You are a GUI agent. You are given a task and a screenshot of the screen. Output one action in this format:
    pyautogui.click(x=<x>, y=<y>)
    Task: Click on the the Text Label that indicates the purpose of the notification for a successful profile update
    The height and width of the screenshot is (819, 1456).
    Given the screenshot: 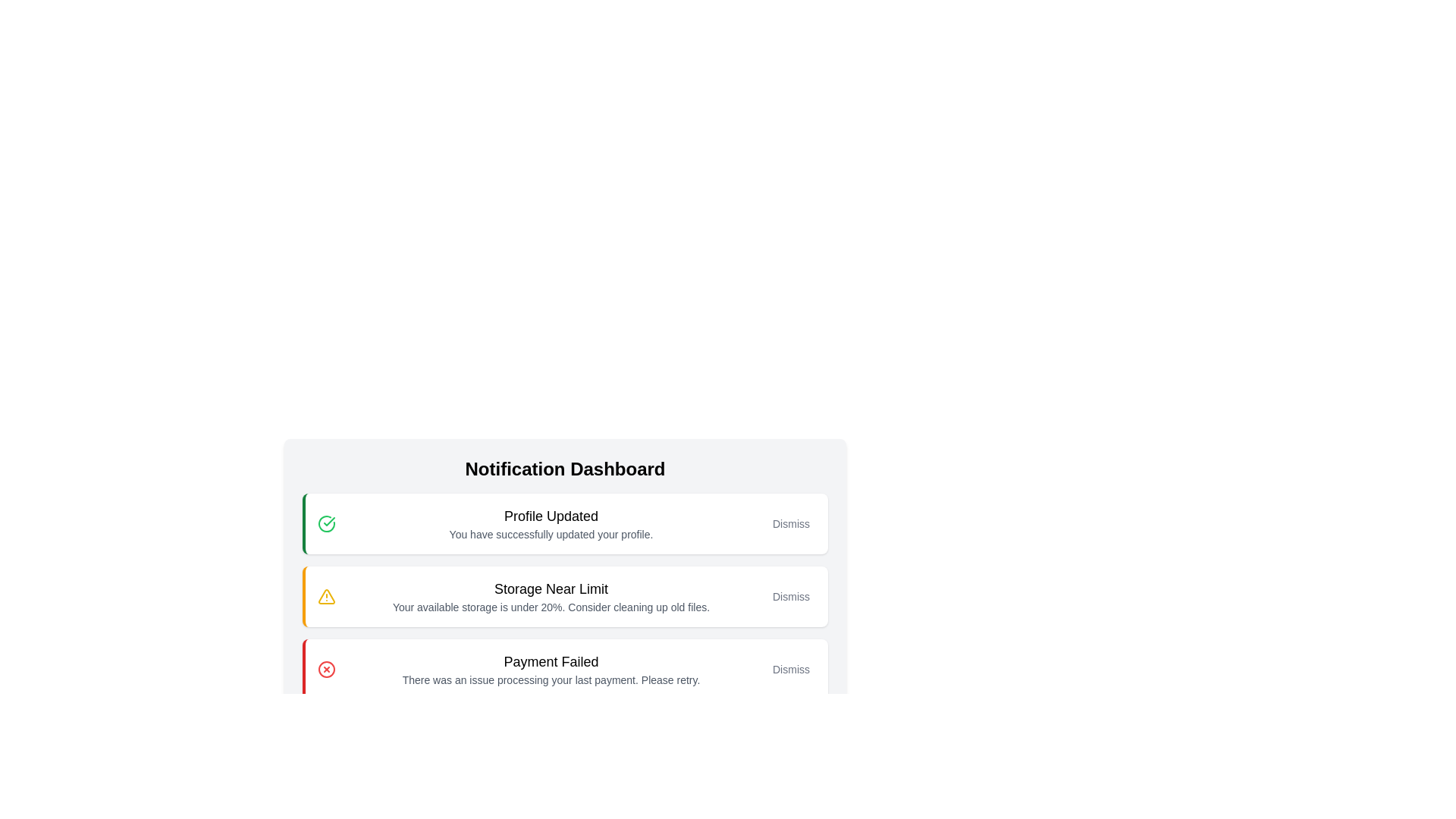 What is the action you would take?
    pyautogui.click(x=550, y=516)
    